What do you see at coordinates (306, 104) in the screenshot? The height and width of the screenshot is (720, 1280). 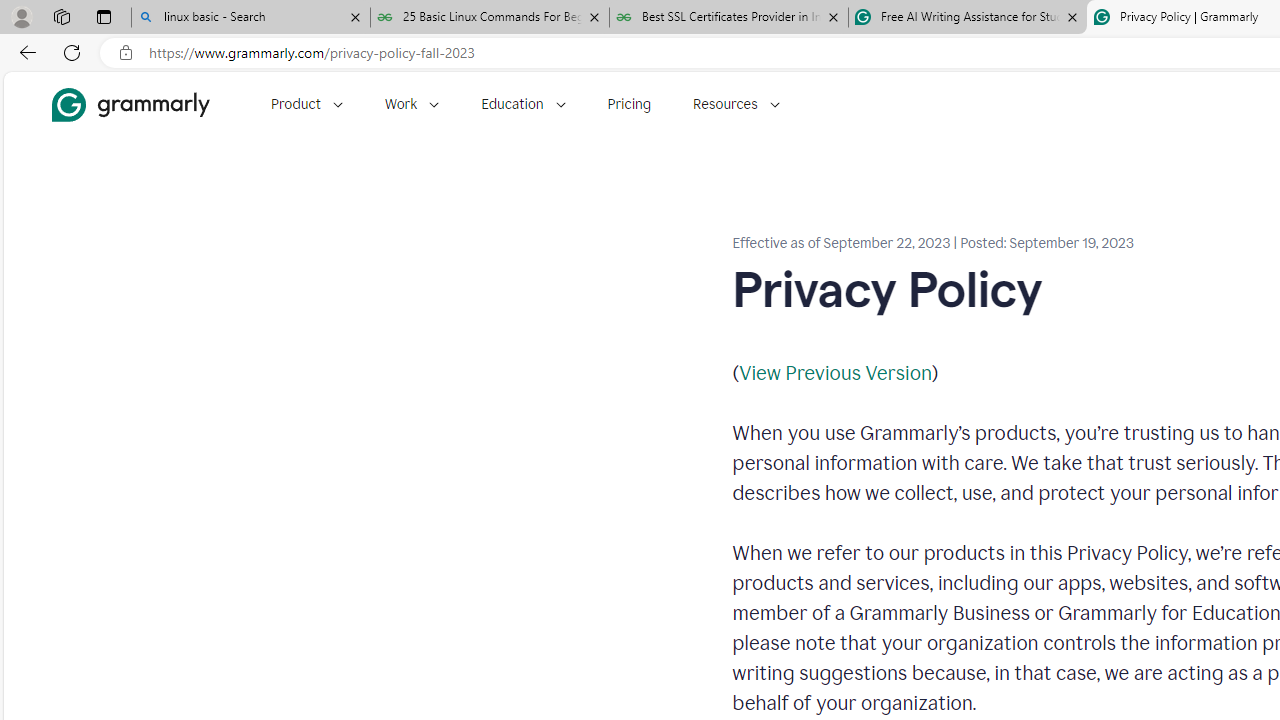 I see `'Product'` at bounding box center [306, 104].